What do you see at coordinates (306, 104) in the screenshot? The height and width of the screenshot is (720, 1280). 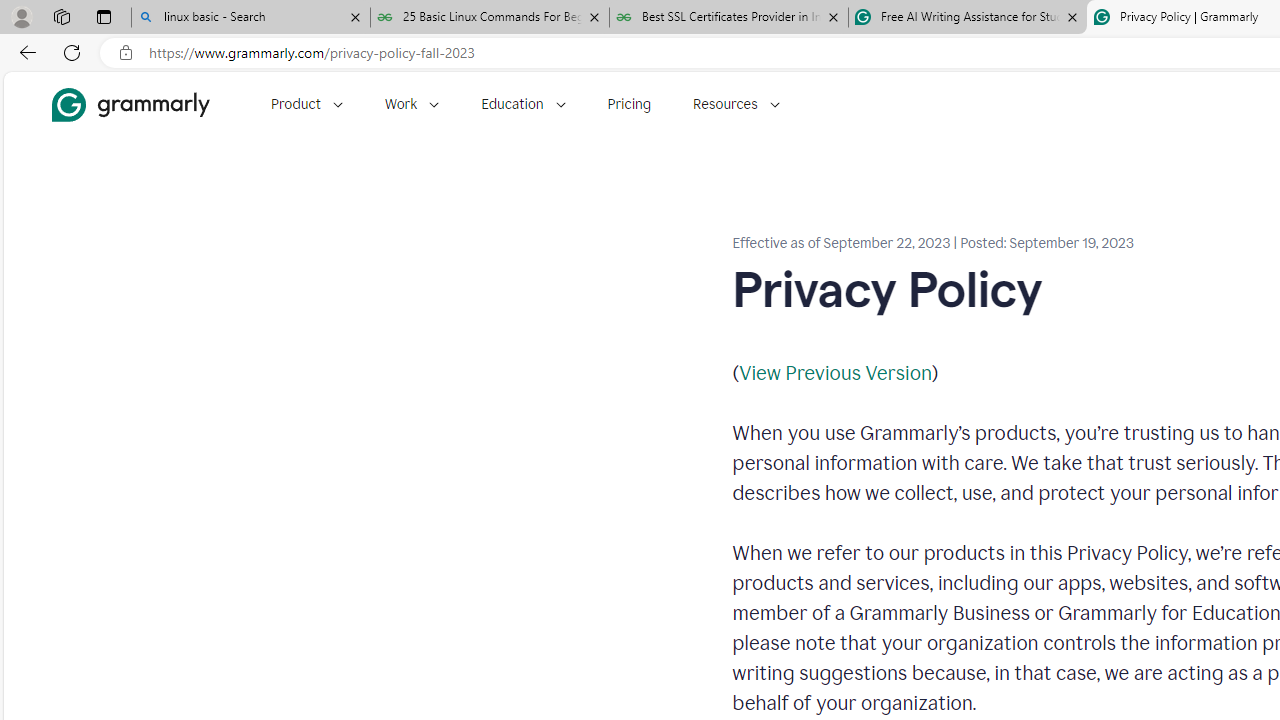 I see `'Product'` at bounding box center [306, 104].